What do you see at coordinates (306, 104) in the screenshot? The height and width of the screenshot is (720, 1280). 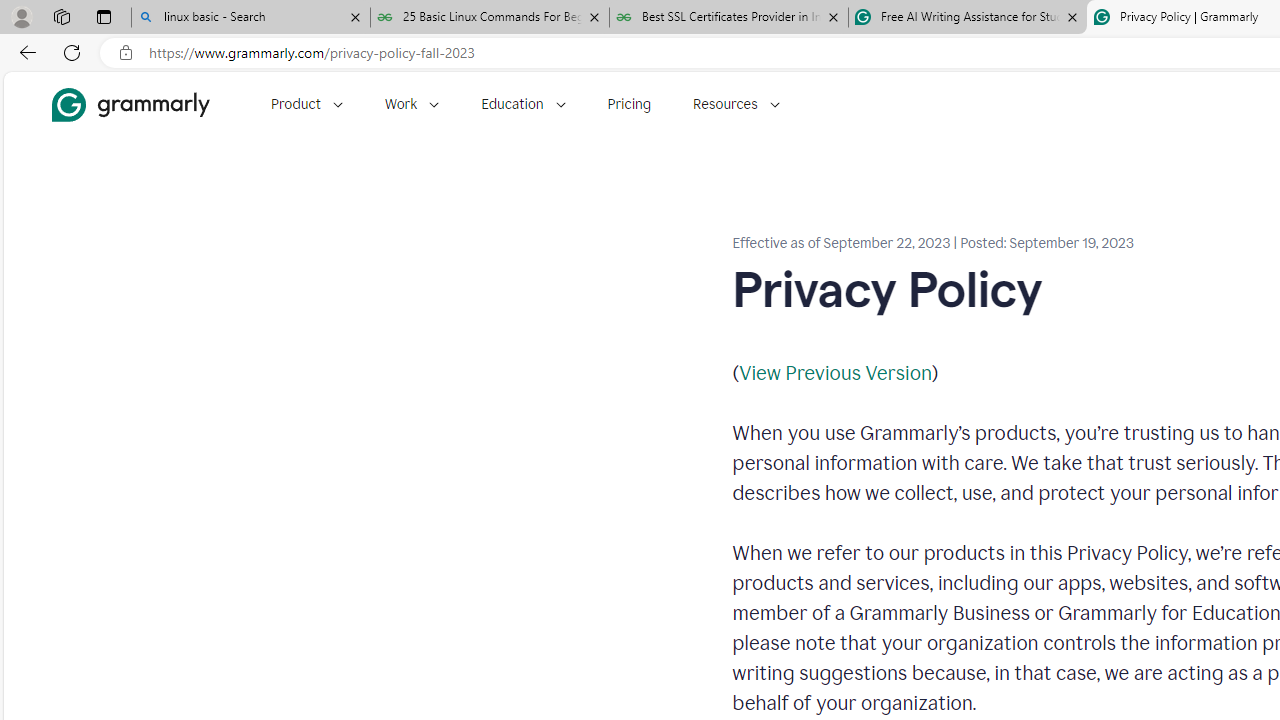 I see `'Product'` at bounding box center [306, 104].